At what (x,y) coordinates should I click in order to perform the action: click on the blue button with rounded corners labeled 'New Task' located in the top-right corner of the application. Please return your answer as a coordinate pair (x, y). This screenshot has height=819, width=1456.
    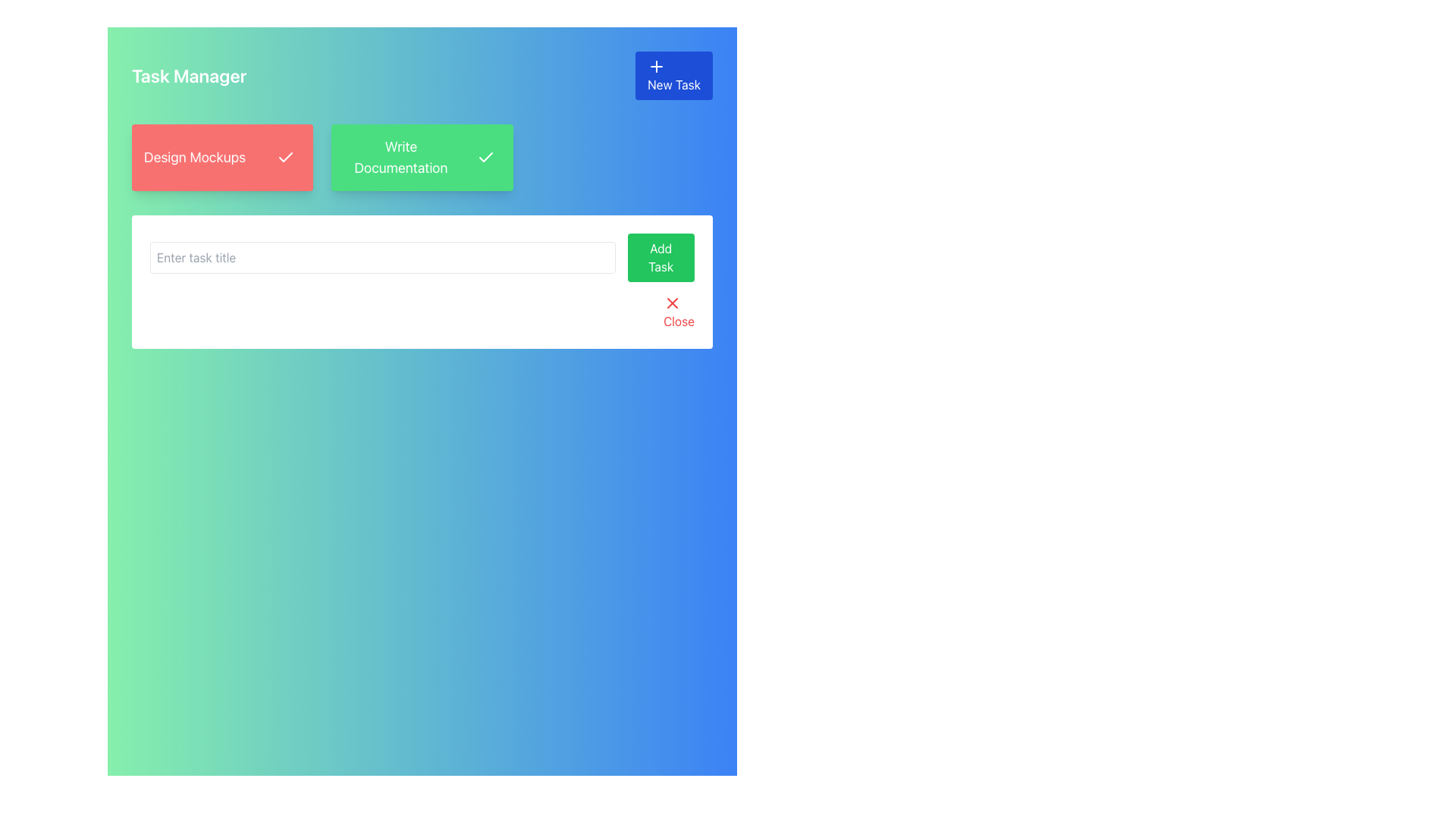
    Looking at the image, I should click on (673, 76).